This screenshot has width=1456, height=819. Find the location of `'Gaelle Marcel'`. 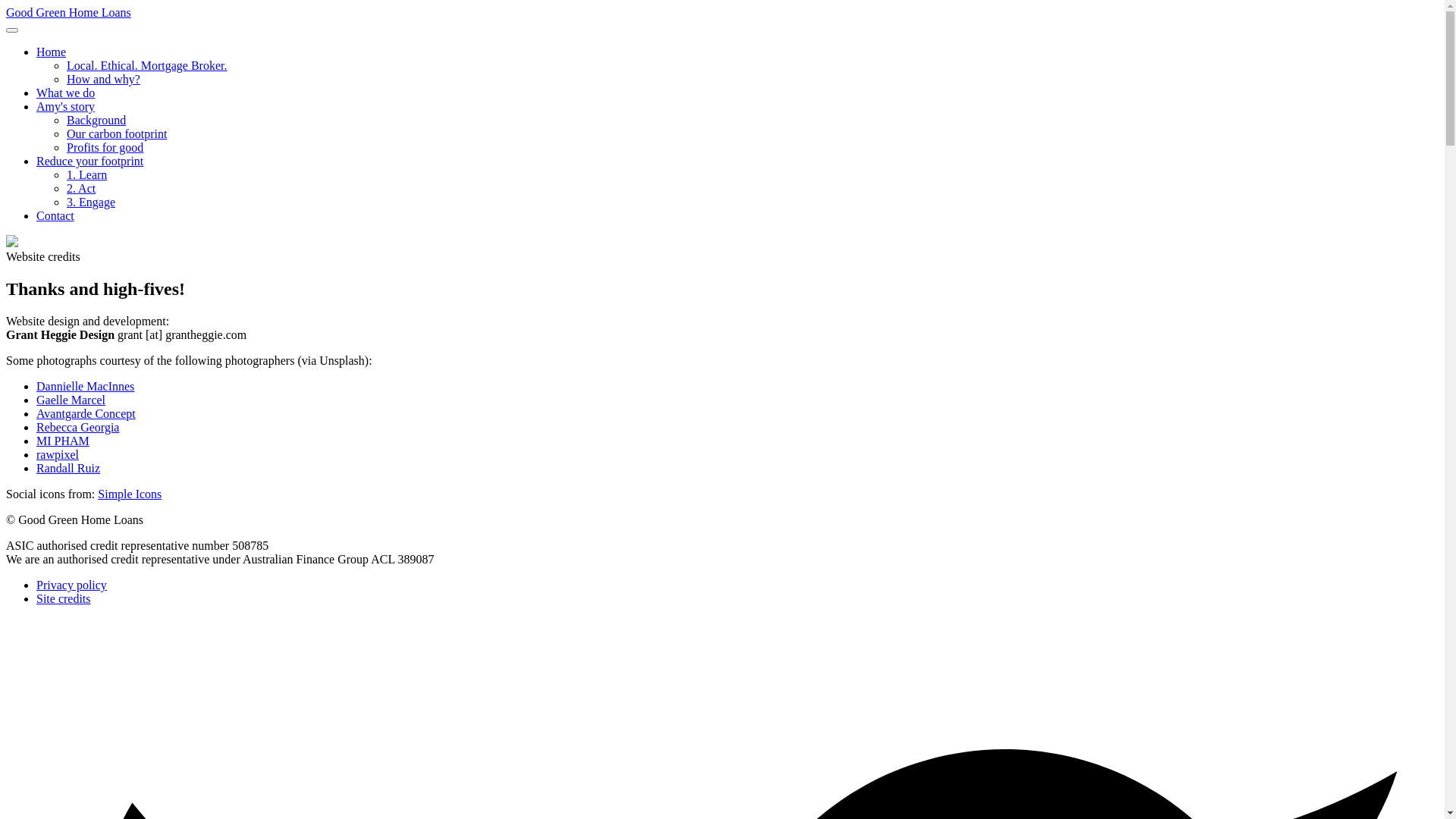

'Gaelle Marcel' is located at coordinates (36, 399).